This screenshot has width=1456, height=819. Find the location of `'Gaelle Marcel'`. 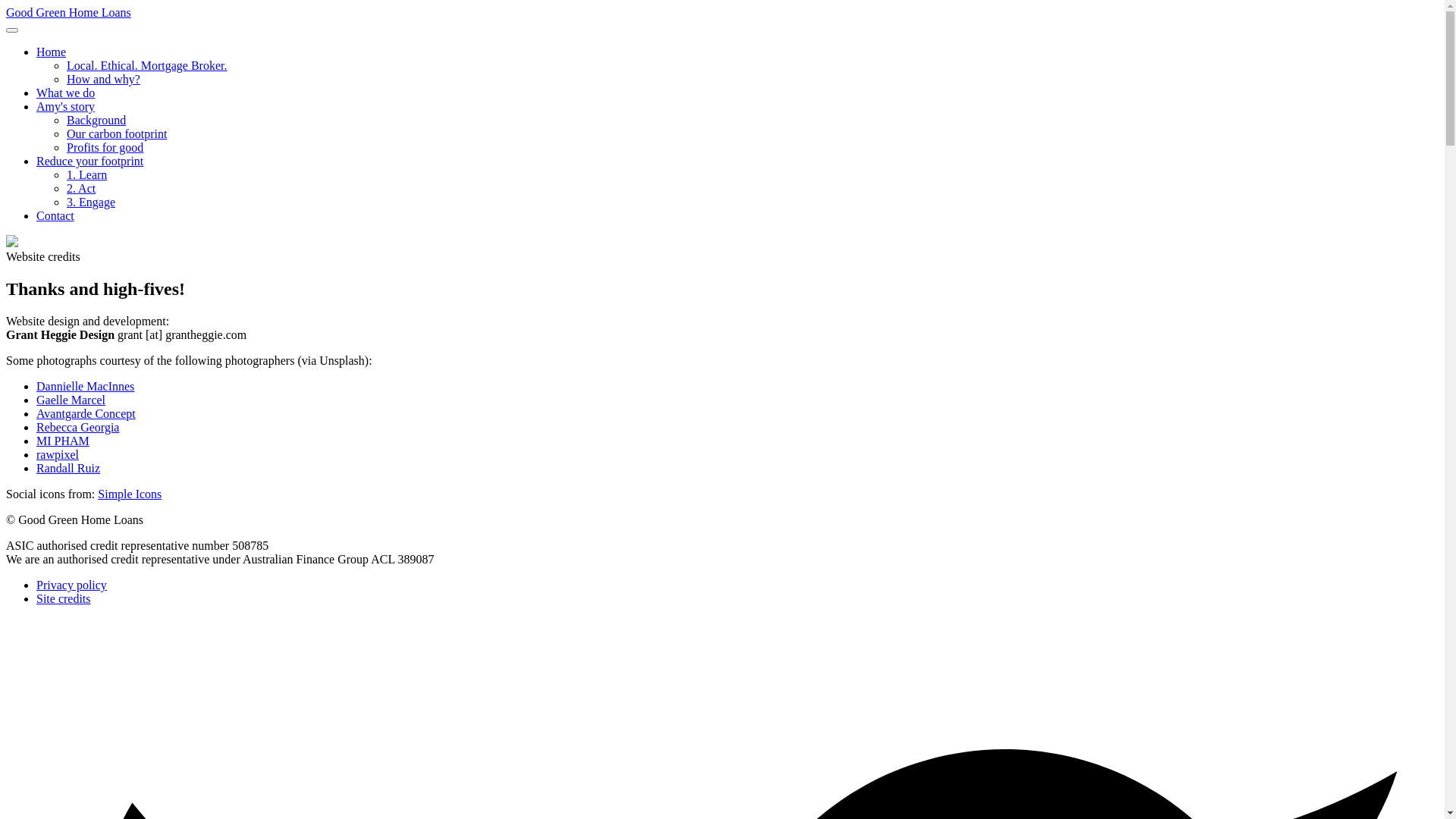

'Gaelle Marcel' is located at coordinates (36, 399).